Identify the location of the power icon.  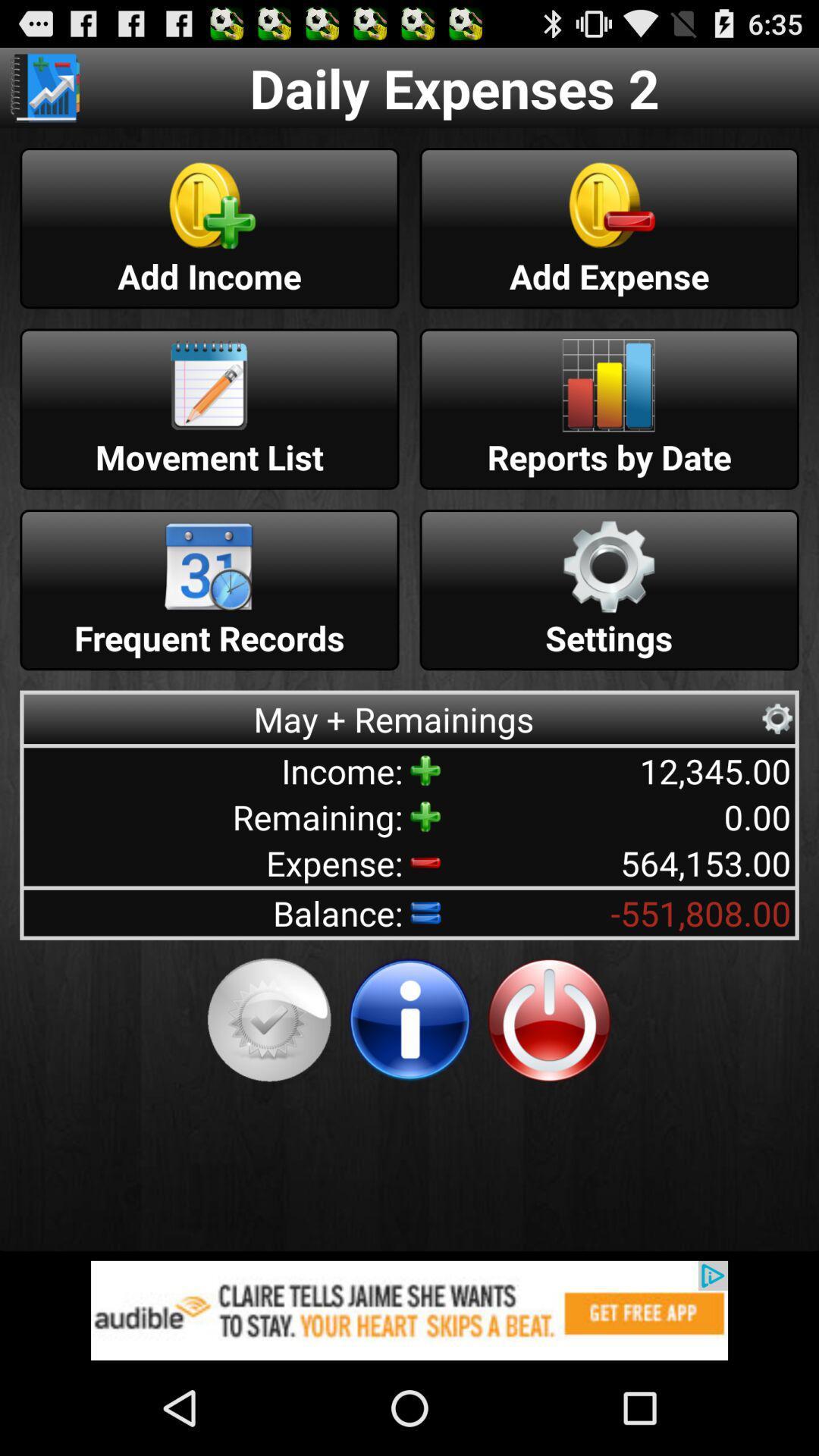
(549, 1092).